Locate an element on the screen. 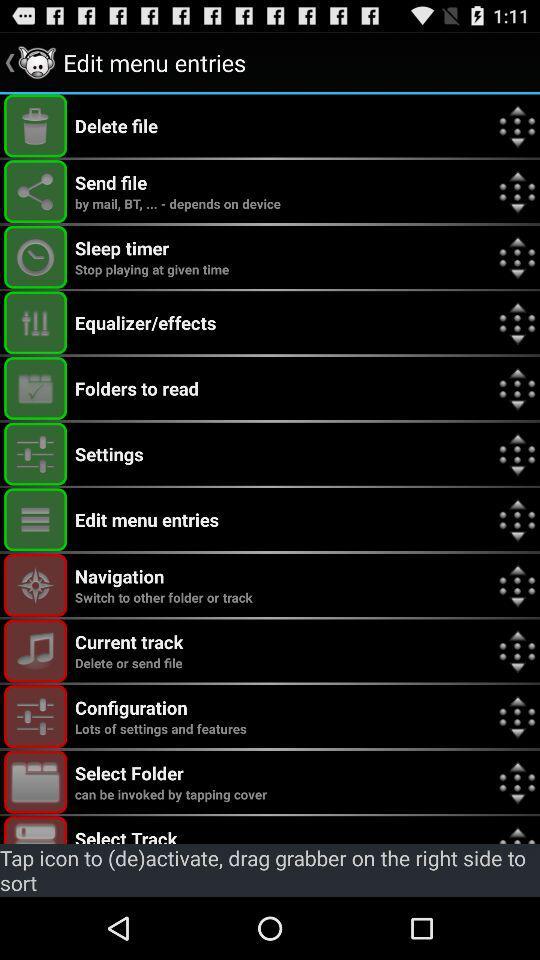 This screenshot has width=540, height=960. option to open is located at coordinates (35, 387).